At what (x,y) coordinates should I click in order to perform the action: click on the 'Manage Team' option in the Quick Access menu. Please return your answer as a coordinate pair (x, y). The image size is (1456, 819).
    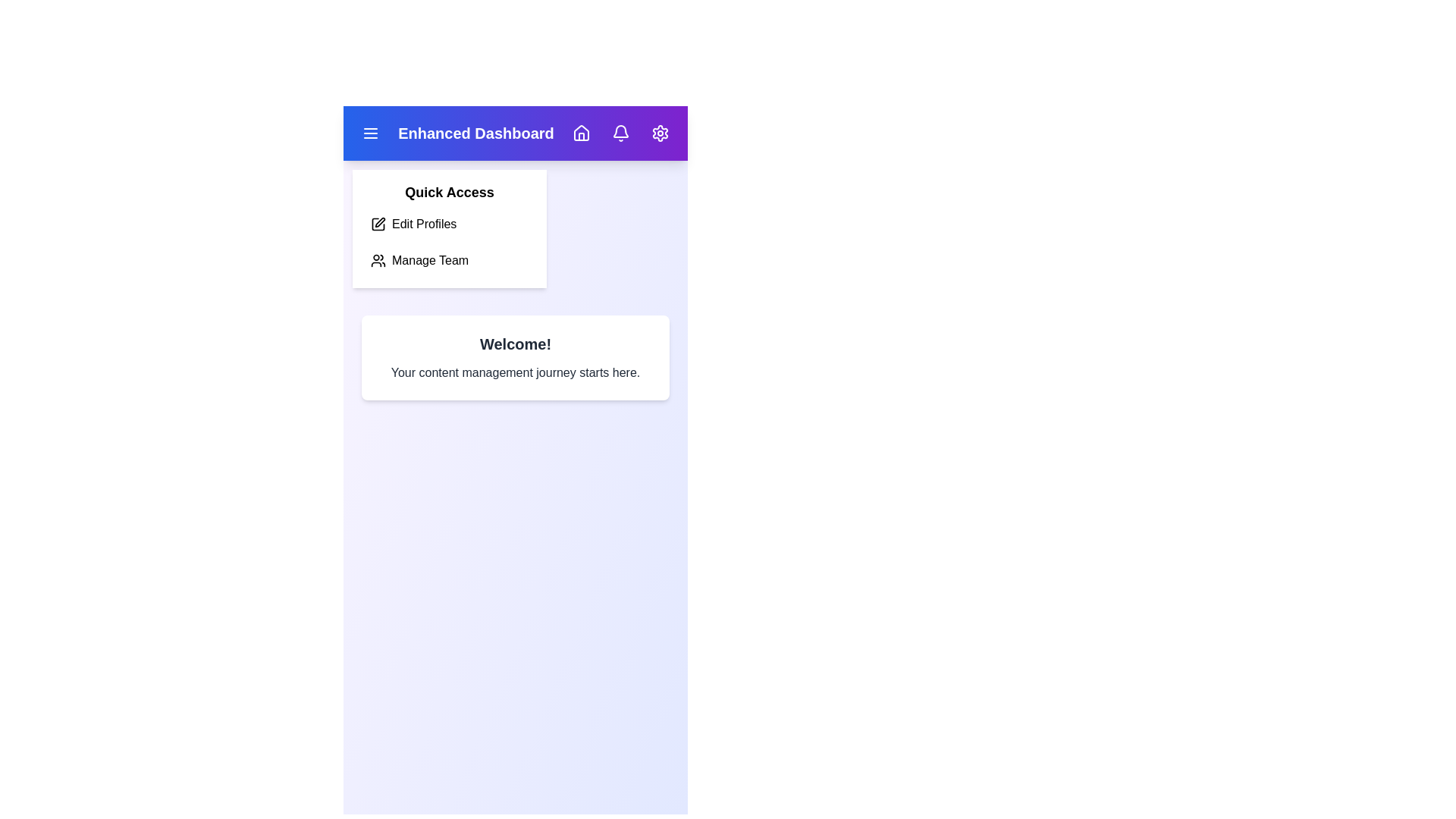
    Looking at the image, I should click on (449, 259).